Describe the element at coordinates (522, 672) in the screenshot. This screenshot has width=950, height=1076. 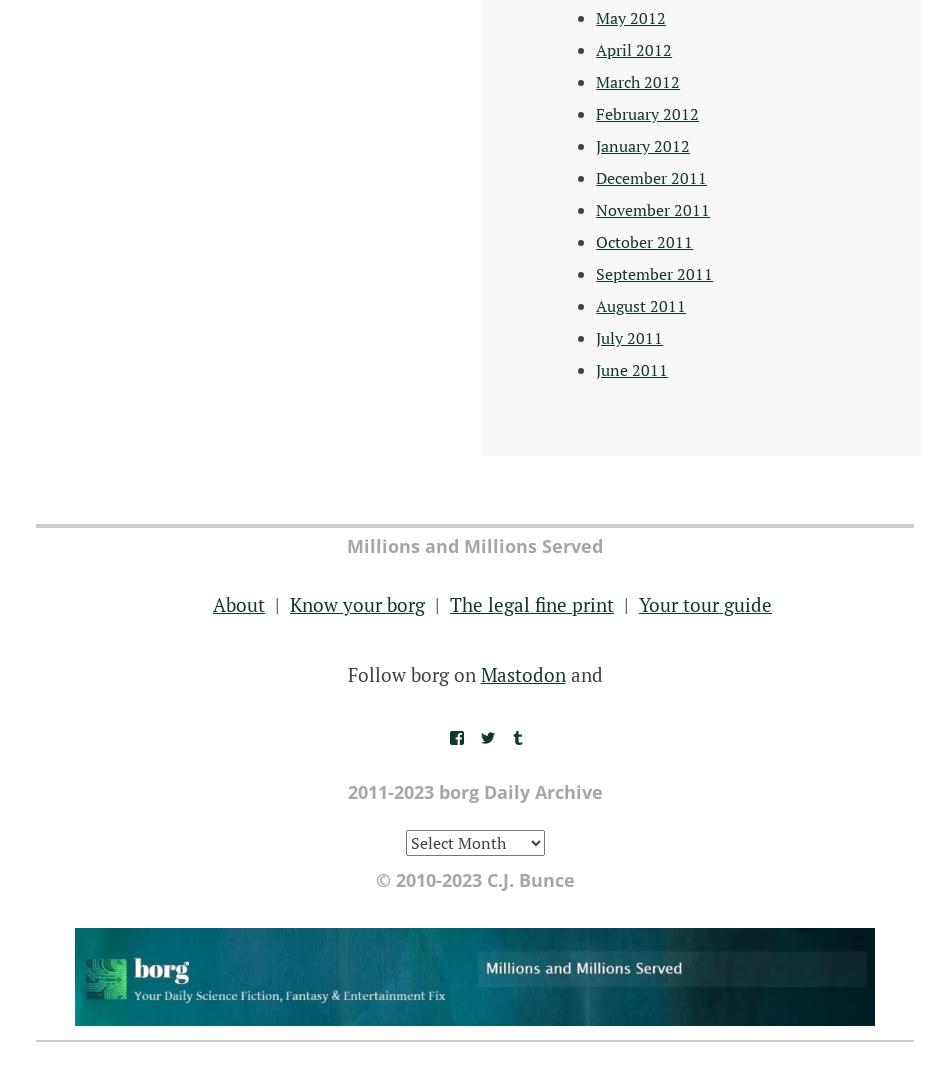
I see `'Mastodon'` at that location.